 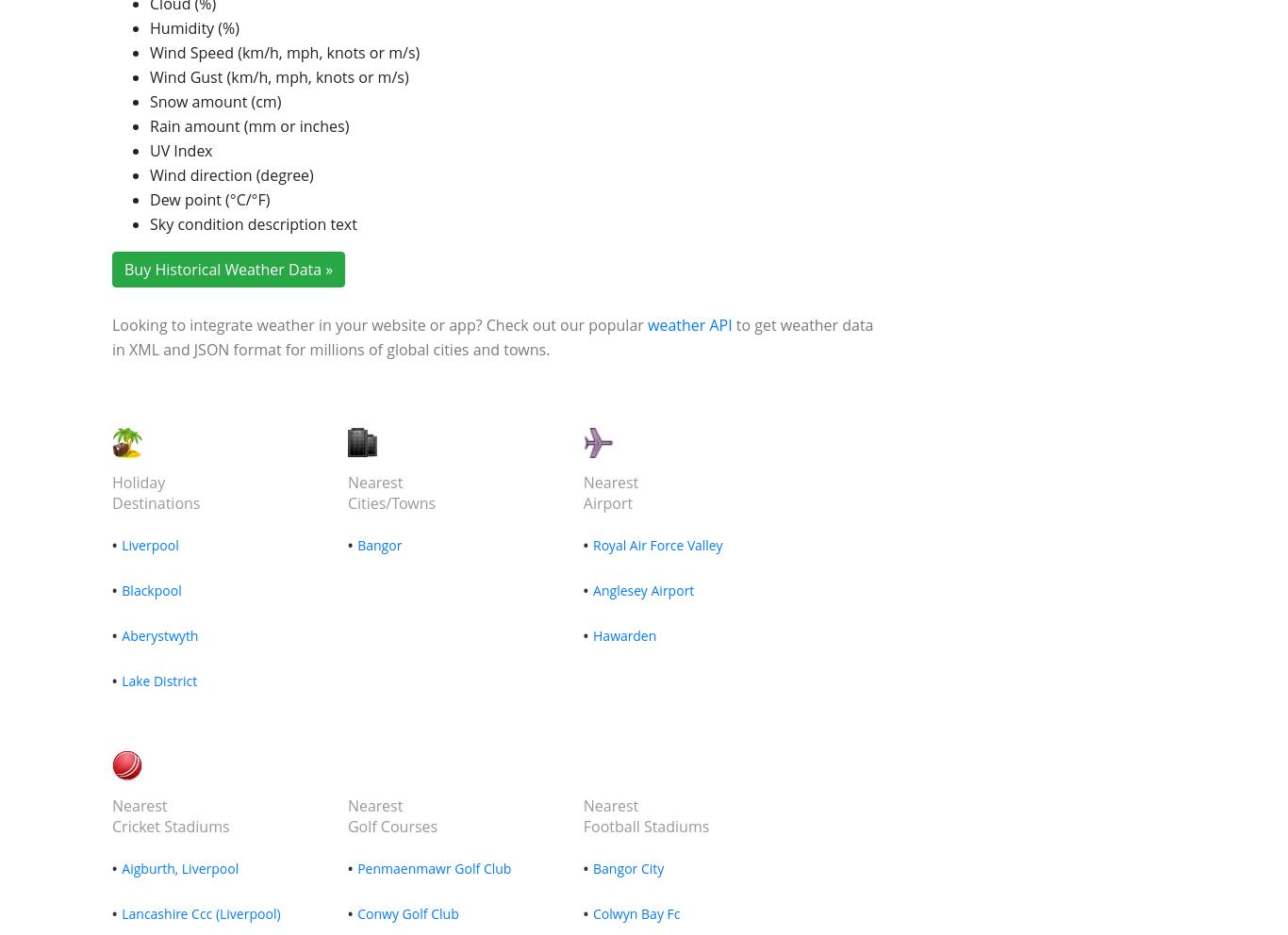 What do you see at coordinates (492, 336) in the screenshot?
I see `'to get weather data in XML and JSON format for millions of global cities and towns.'` at bounding box center [492, 336].